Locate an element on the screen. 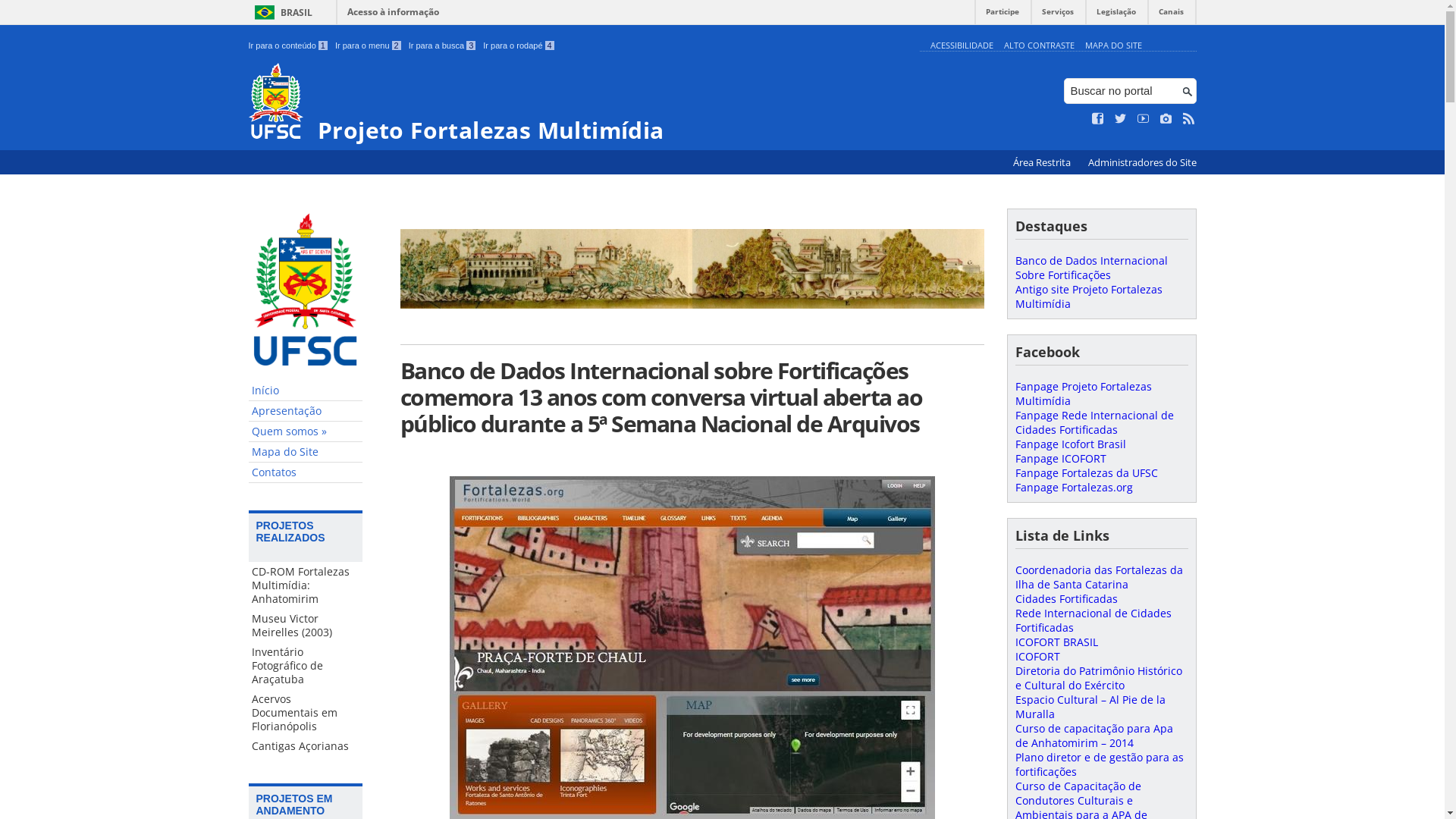 This screenshot has width=1456, height=819. 'Fanpage Fortalezas.org' is located at coordinates (1015, 487).